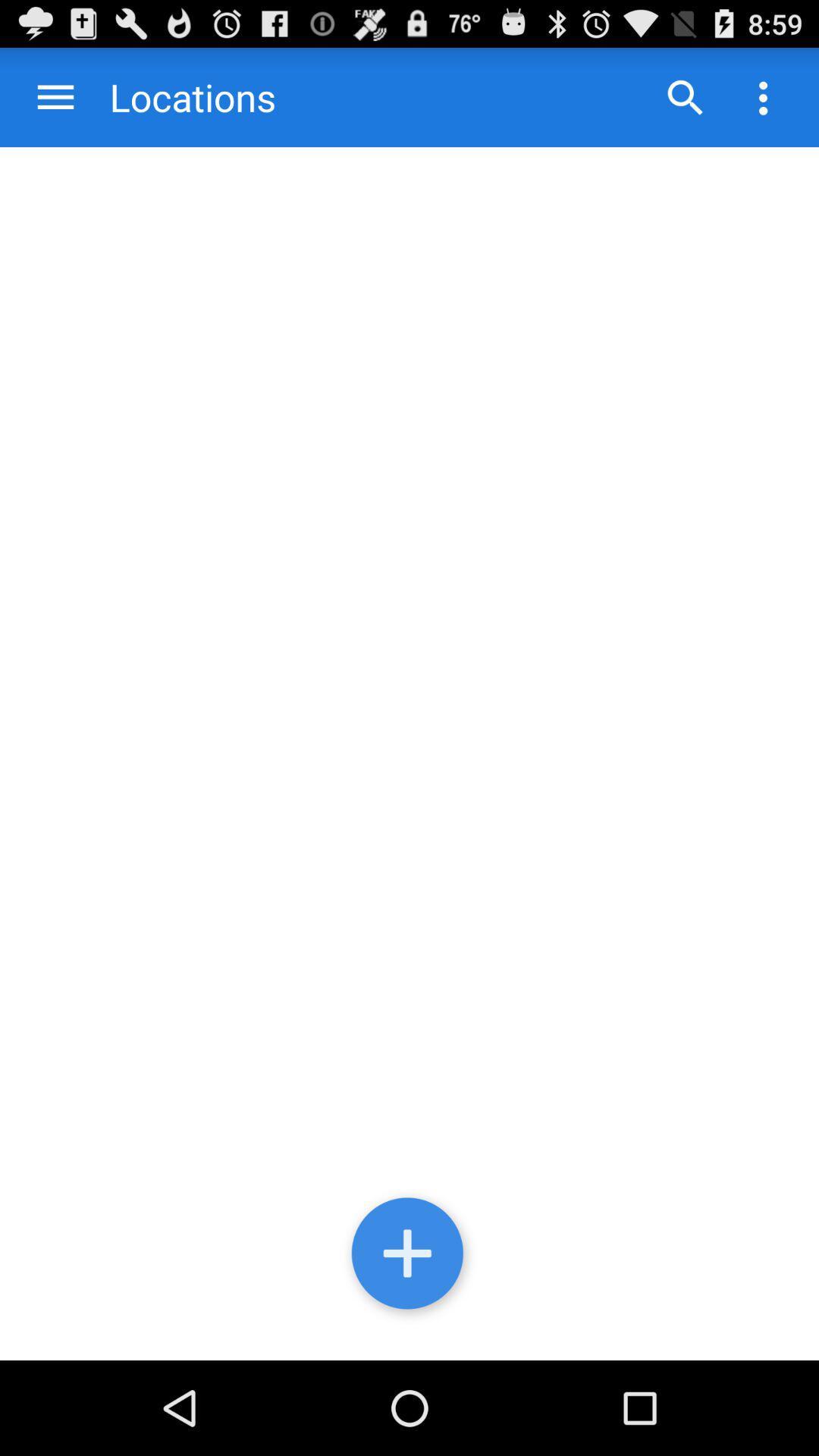 This screenshot has width=819, height=1456. What do you see at coordinates (763, 96) in the screenshot?
I see `open the sub-menu for this page` at bounding box center [763, 96].